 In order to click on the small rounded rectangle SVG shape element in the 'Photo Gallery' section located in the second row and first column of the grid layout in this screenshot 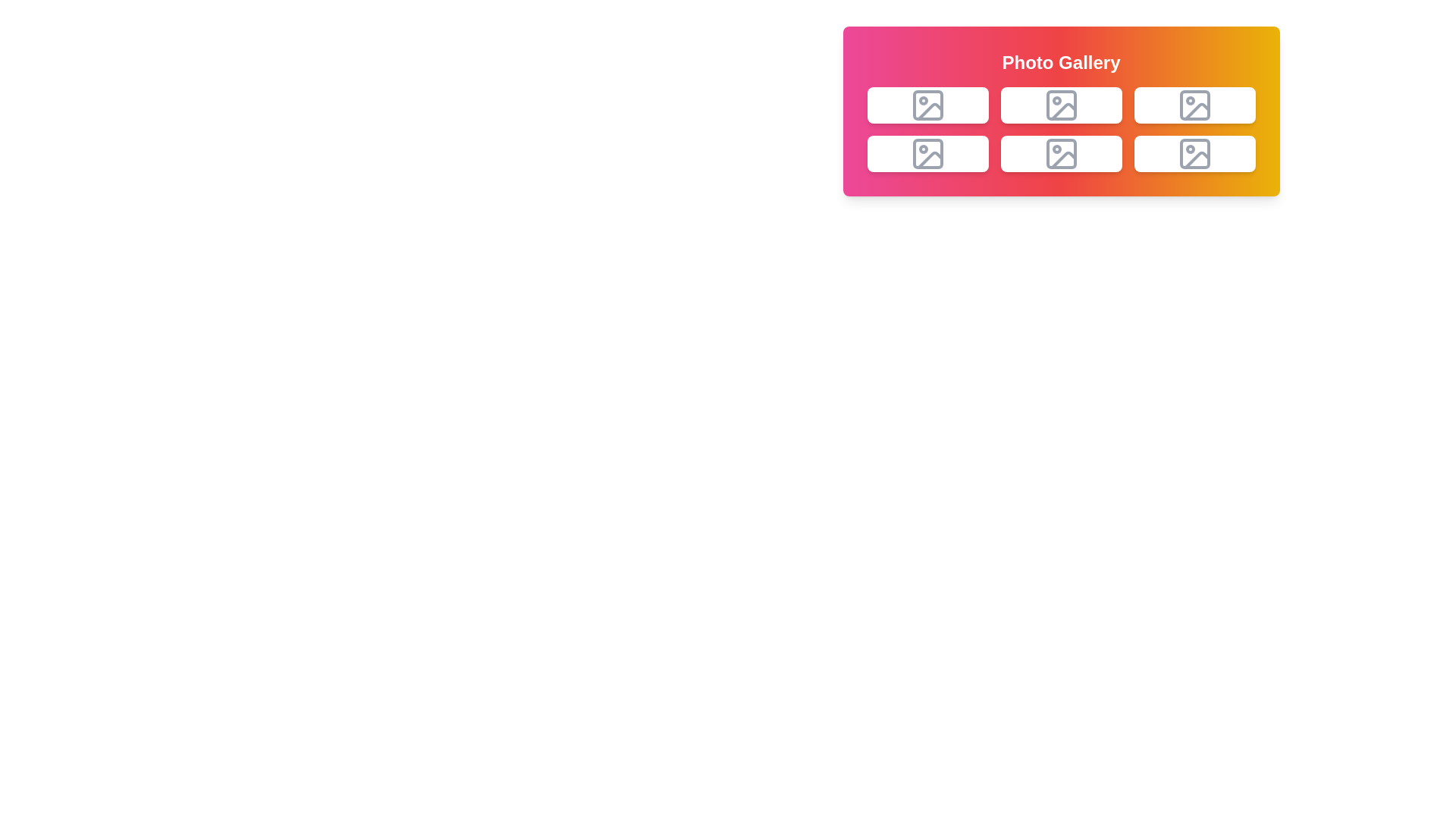, I will do `click(927, 154)`.